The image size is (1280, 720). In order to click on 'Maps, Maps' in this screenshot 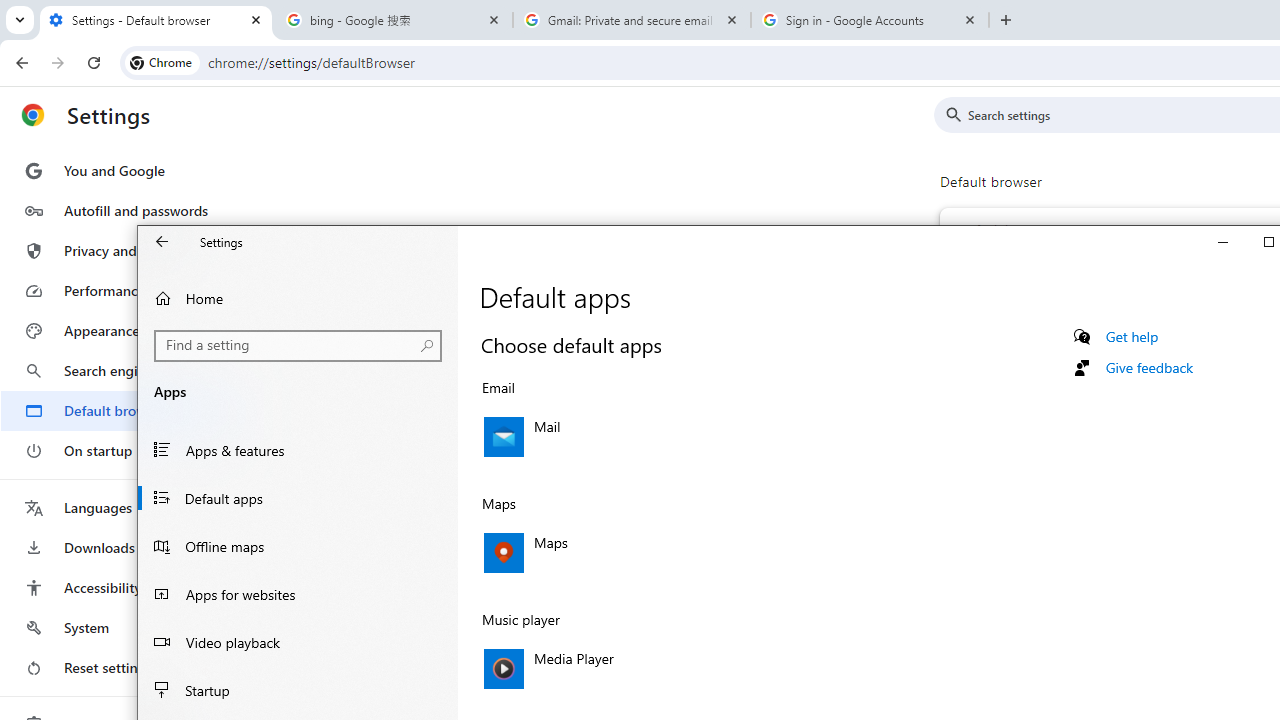, I will do `click(691, 552)`.